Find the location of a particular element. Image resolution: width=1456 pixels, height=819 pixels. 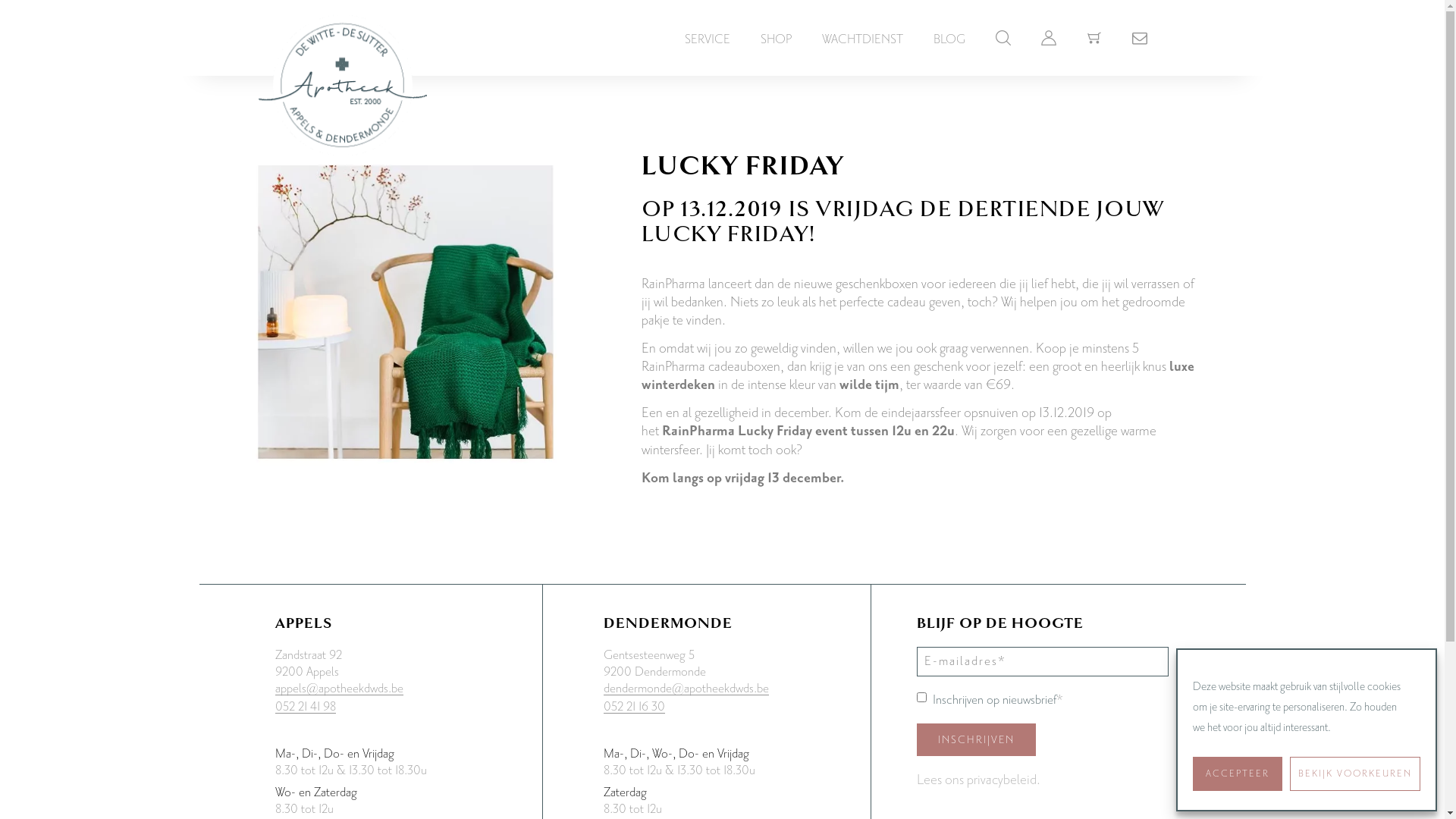

'ACCEPTEER' is located at coordinates (1238, 773).